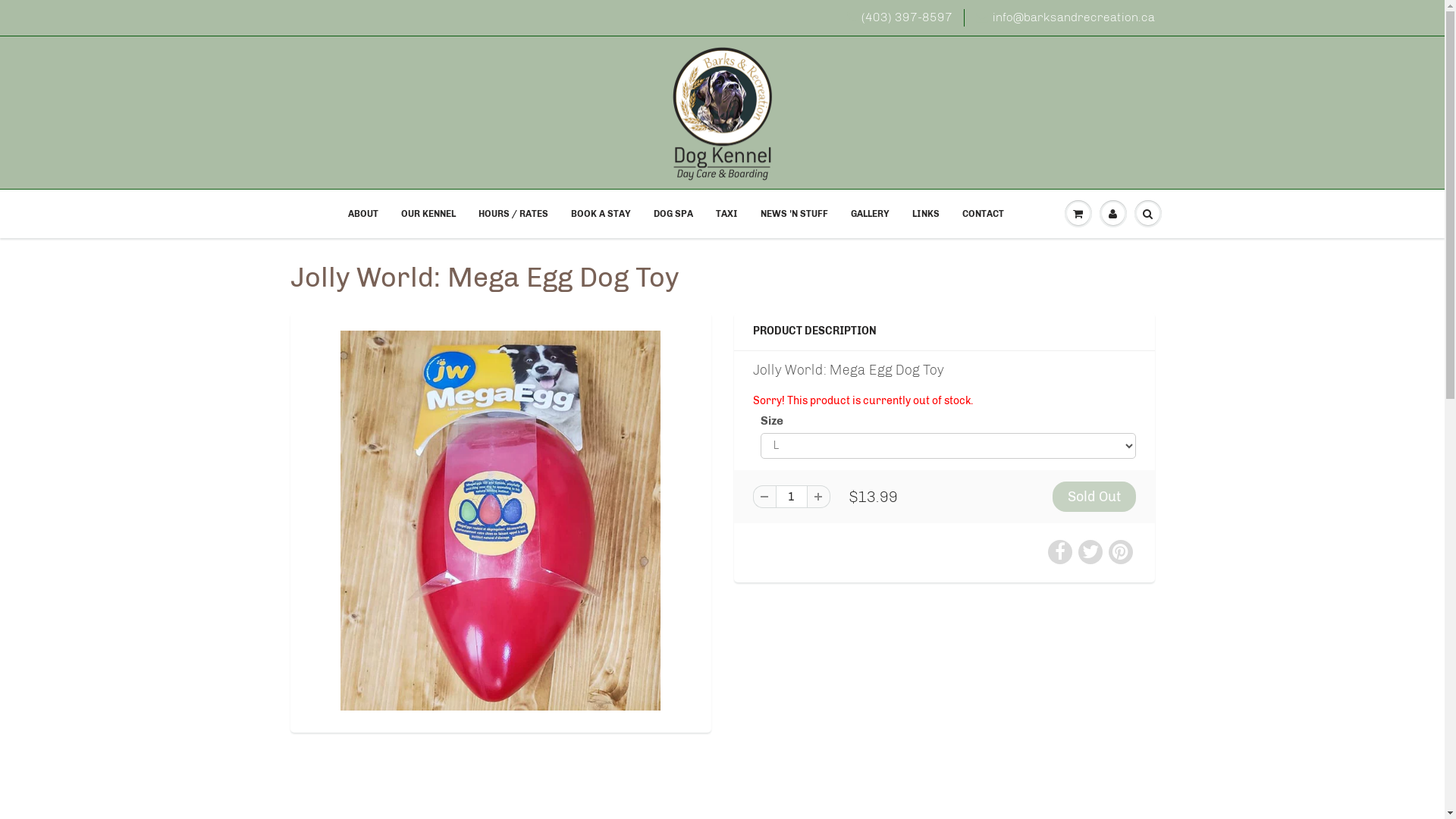 The image size is (1456, 819). What do you see at coordinates (672, 213) in the screenshot?
I see `'DOG SPA'` at bounding box center [672, 213].